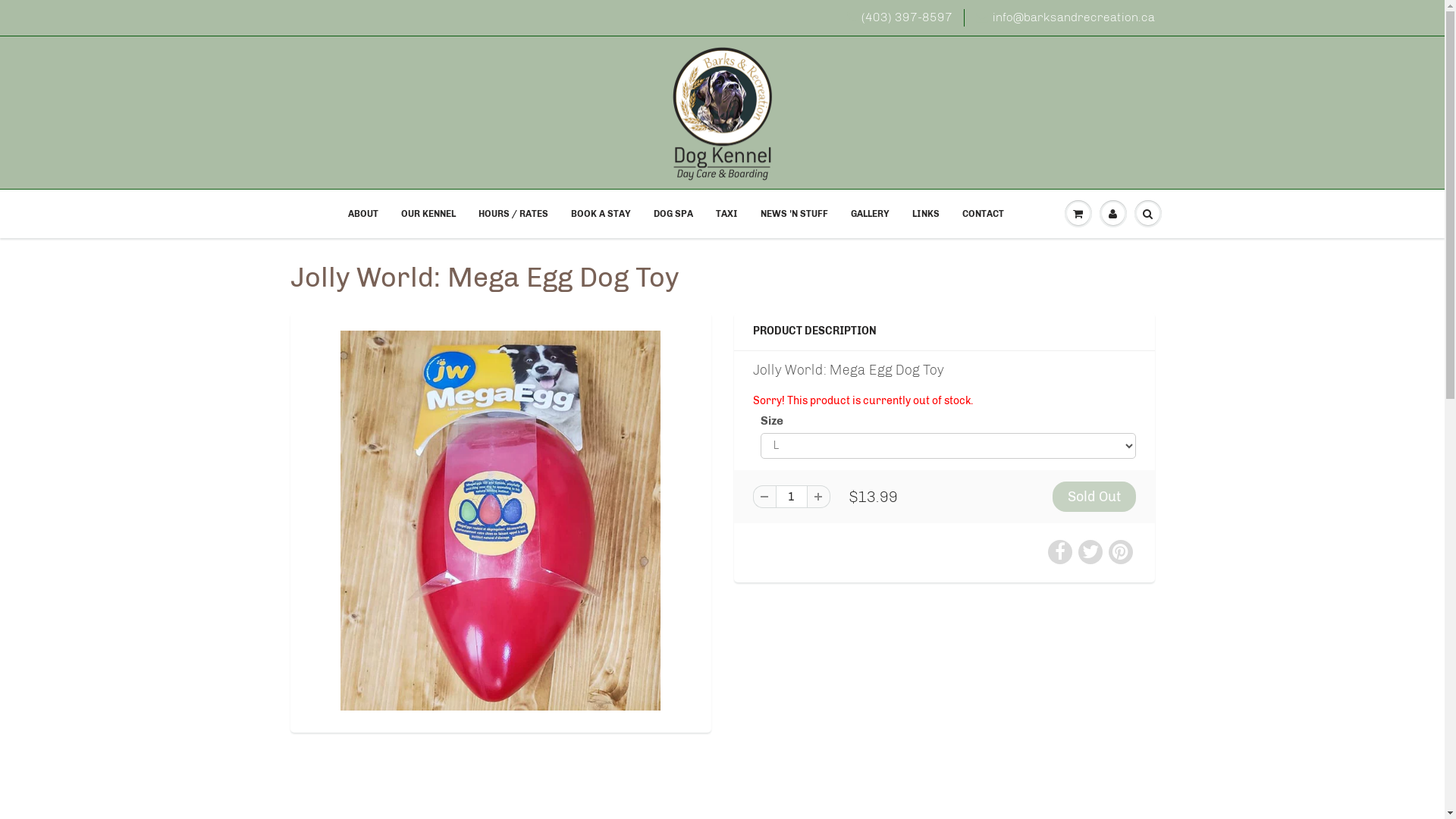 The image size is (1456, 819). What do you see at coordinates (672, 213) in the screenshot?
I see `'DOG SPA'` at bounding box center [672, 213].